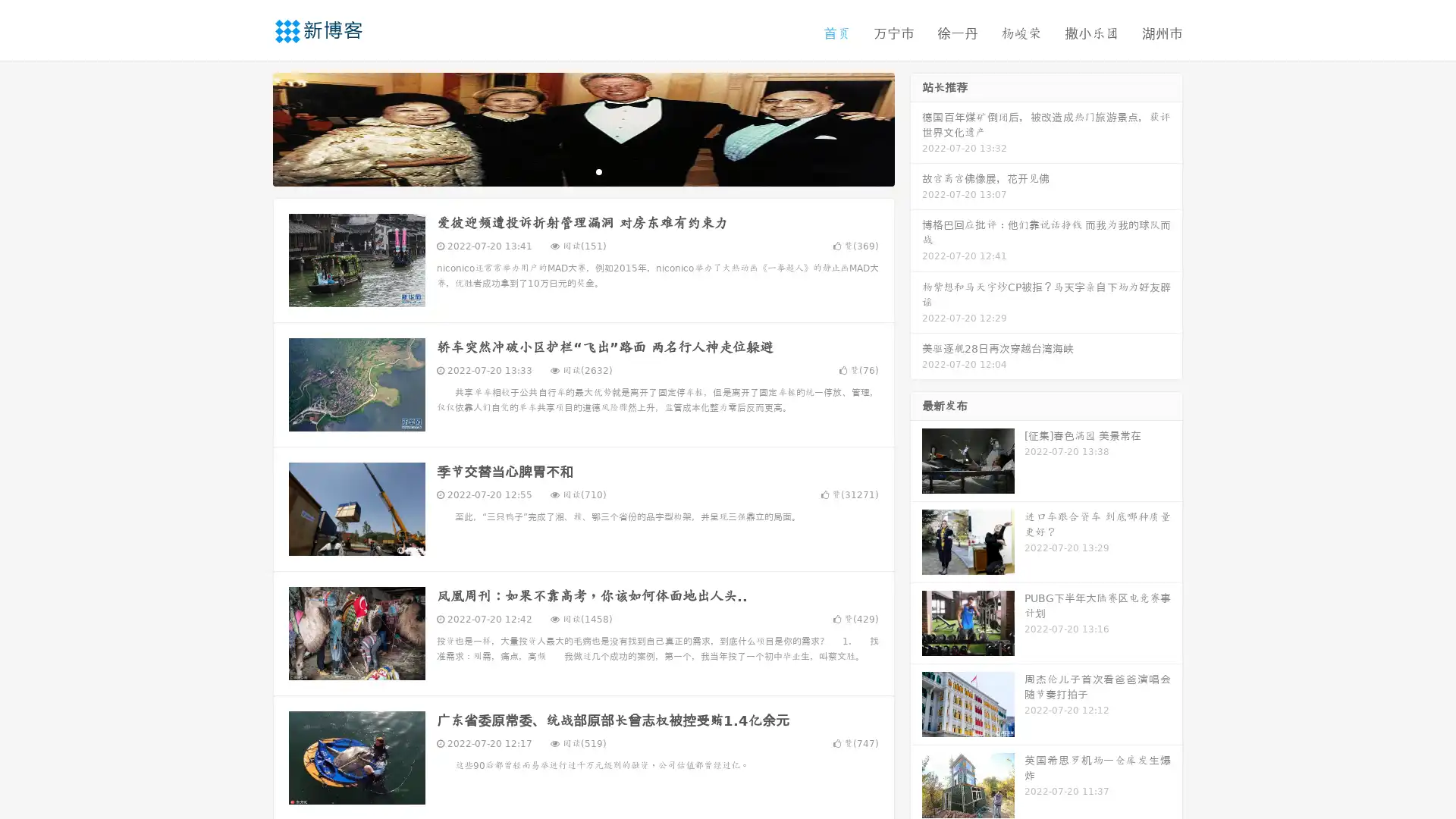  I want to click on Go to slide 3, so click(598, 171).